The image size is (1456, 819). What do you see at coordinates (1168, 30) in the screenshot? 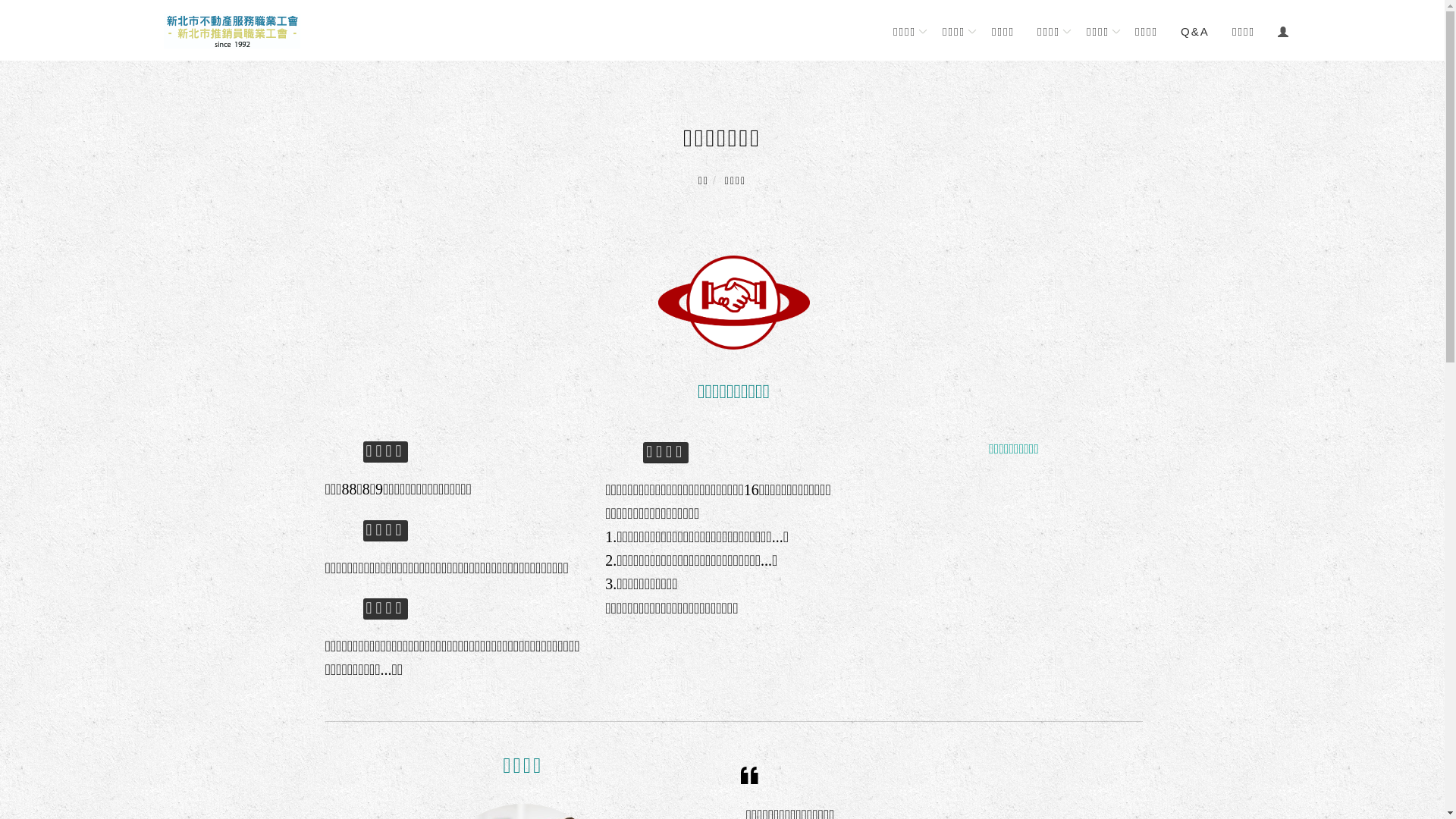
I see `'Q&A'` at bounding box center [1168, 30].